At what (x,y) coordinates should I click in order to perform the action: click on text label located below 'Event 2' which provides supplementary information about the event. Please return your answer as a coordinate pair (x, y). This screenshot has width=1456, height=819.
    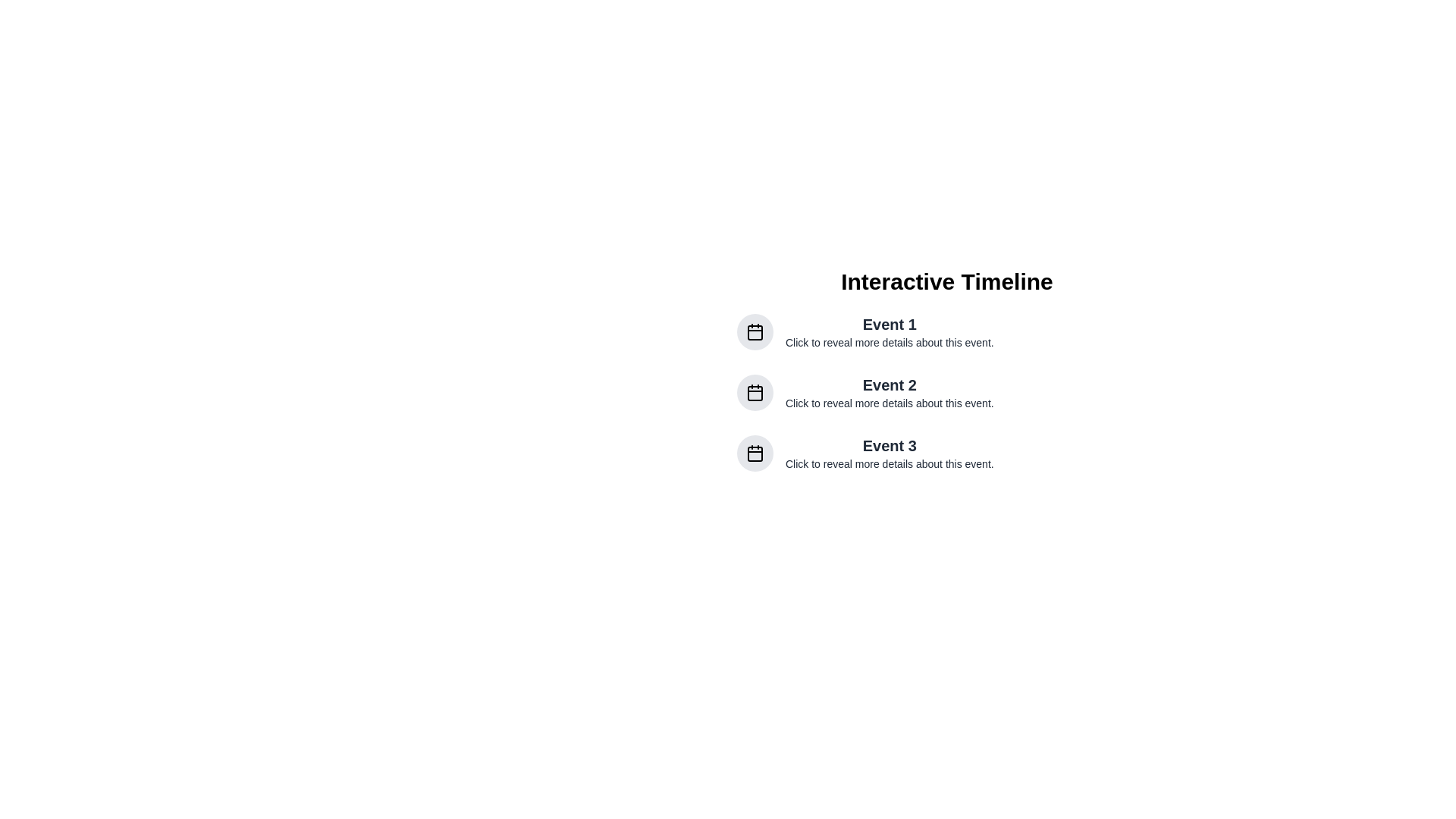
    Looking at the image, I should click on (890, 403).